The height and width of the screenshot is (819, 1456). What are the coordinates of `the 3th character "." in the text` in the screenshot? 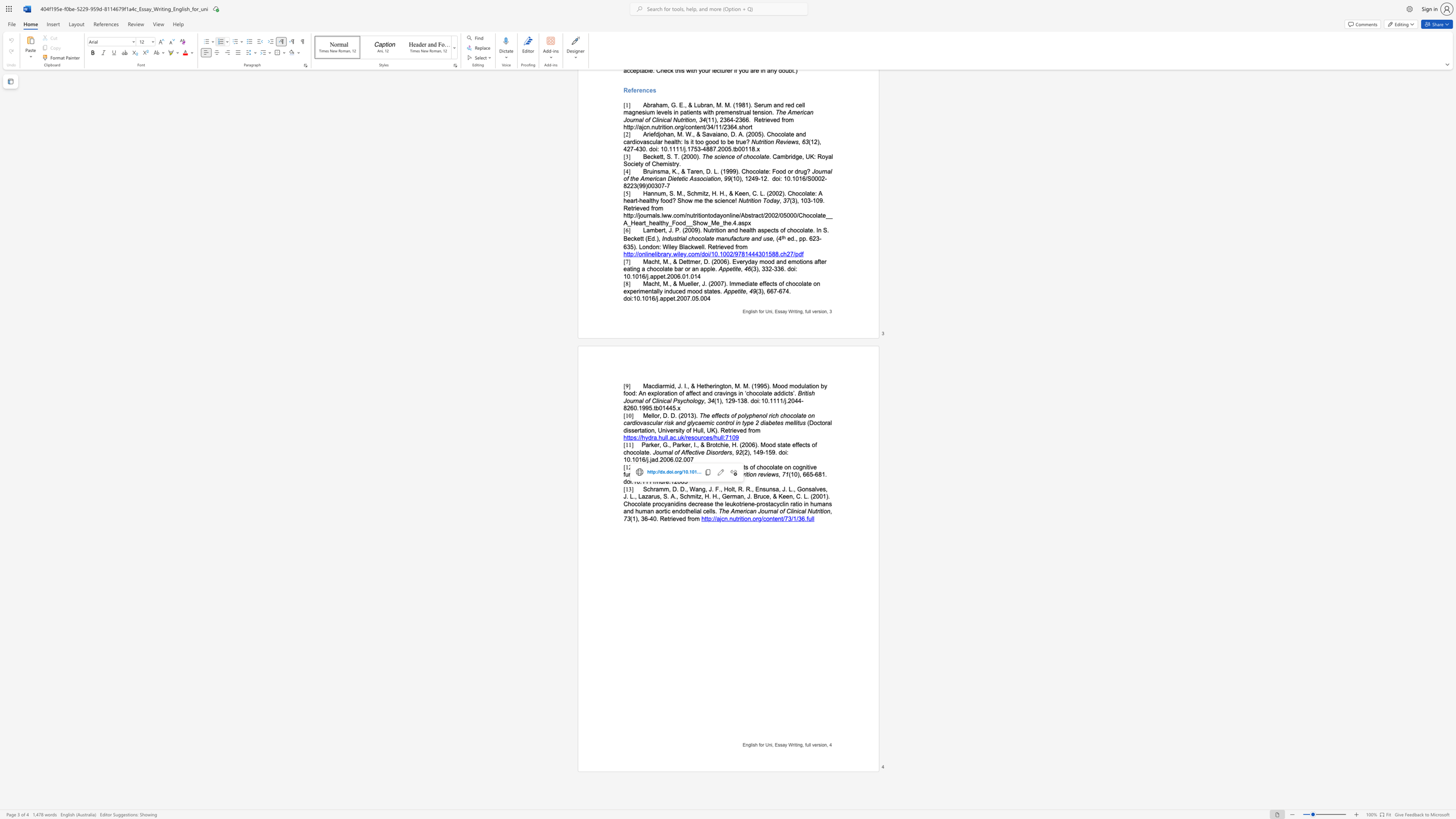 It's located at (726, 466).